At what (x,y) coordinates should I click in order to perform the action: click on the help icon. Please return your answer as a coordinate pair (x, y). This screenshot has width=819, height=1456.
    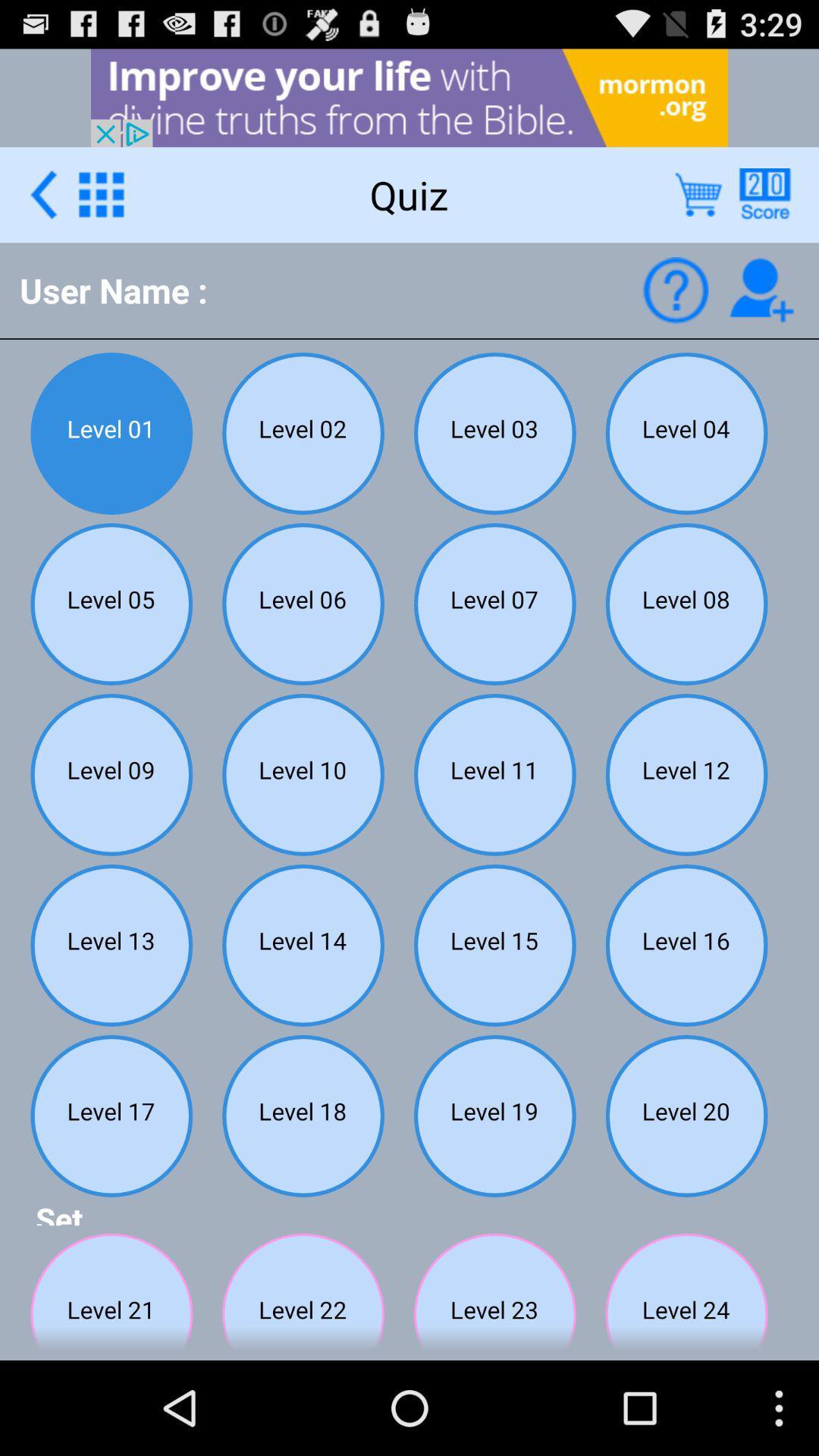
    Looking at the image, I should click on (674, 309).